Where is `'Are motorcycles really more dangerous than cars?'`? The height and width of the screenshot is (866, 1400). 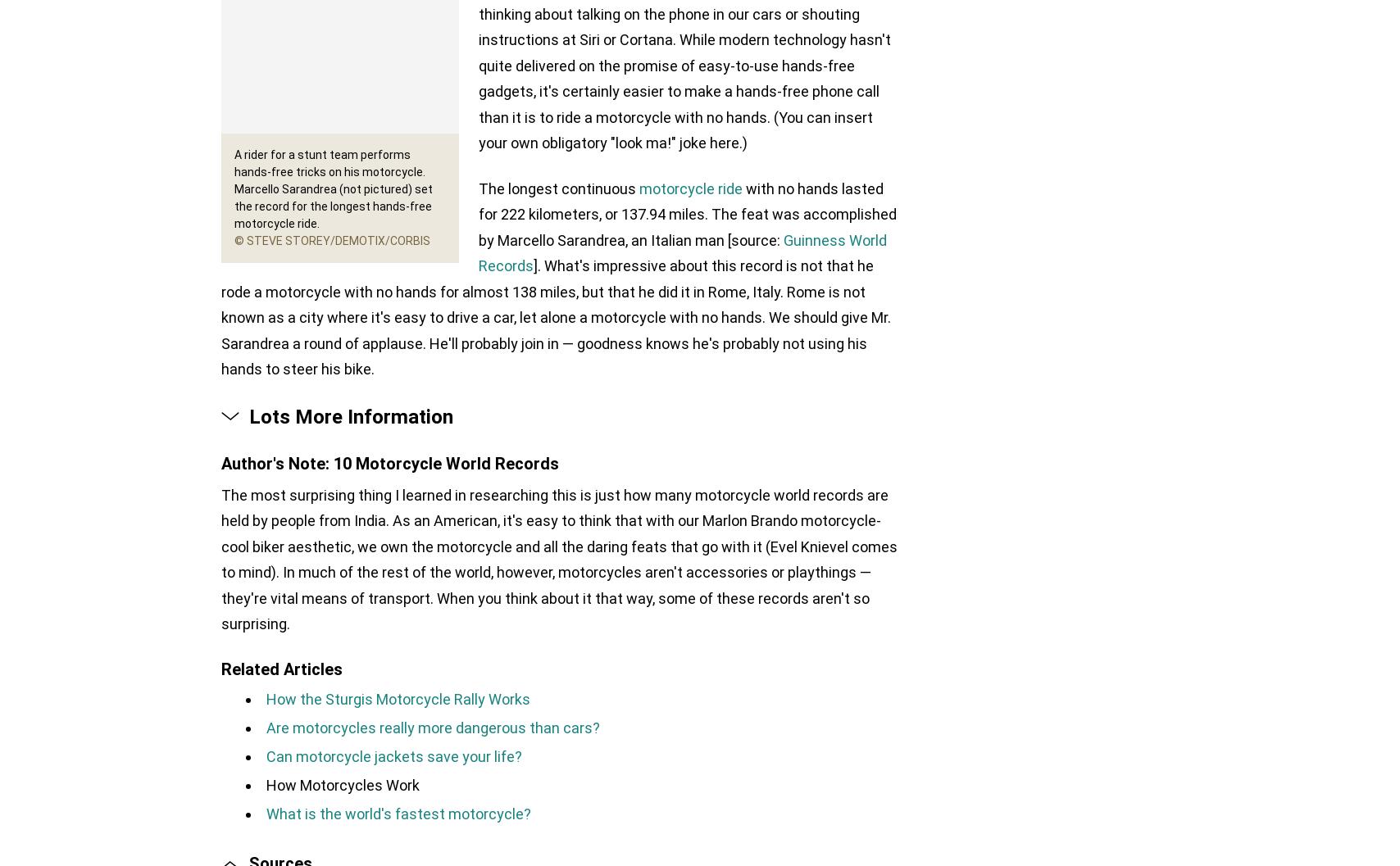 'Are motorcycles really more dangerous than cars?' is located at coordinates (266, 726).